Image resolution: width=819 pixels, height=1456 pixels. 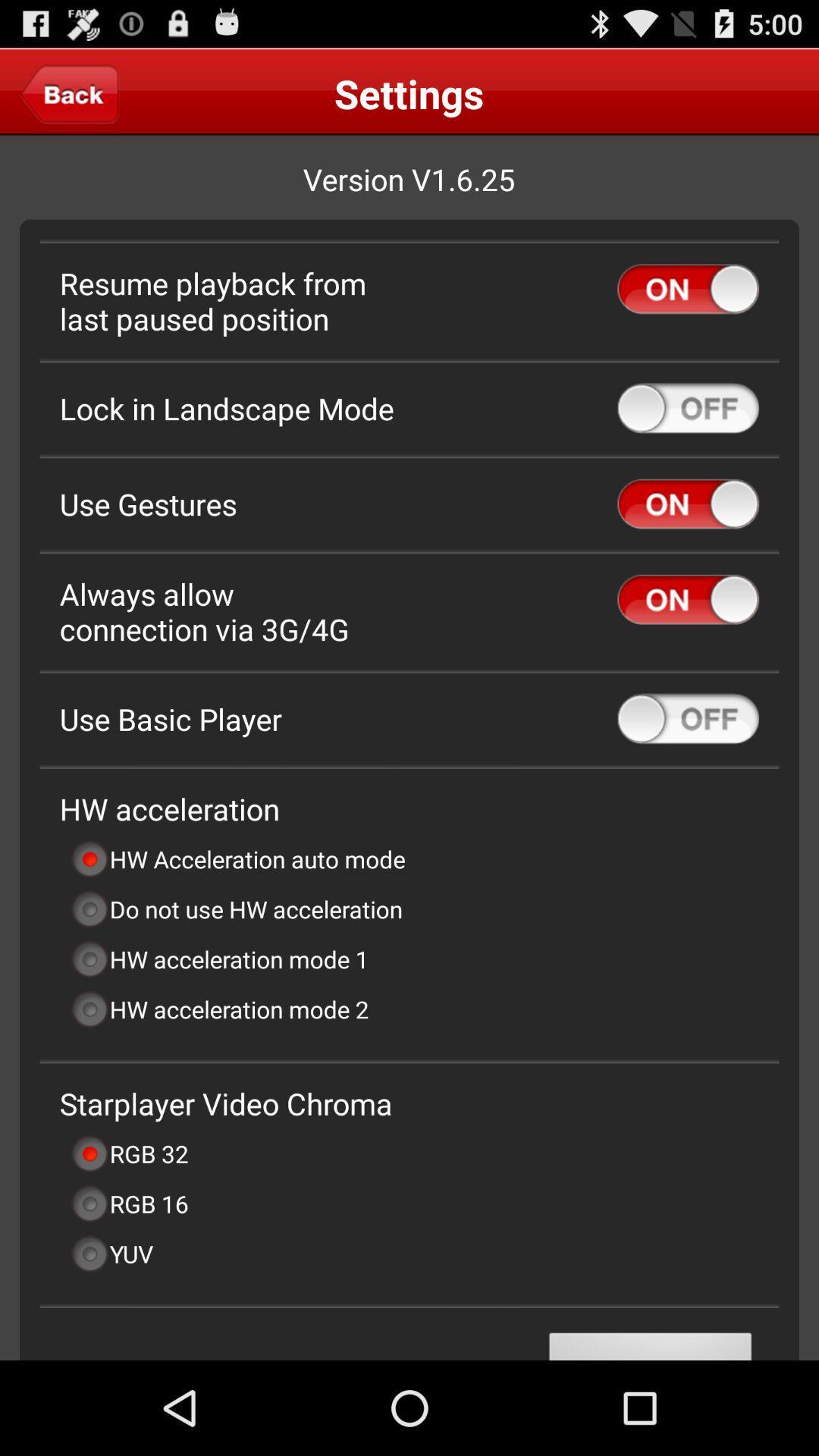 What do you see at coordinates (128, 1153) in the screenshot?
I see `the item above rgb 16 radio button` at bounding box center [128, 1153].